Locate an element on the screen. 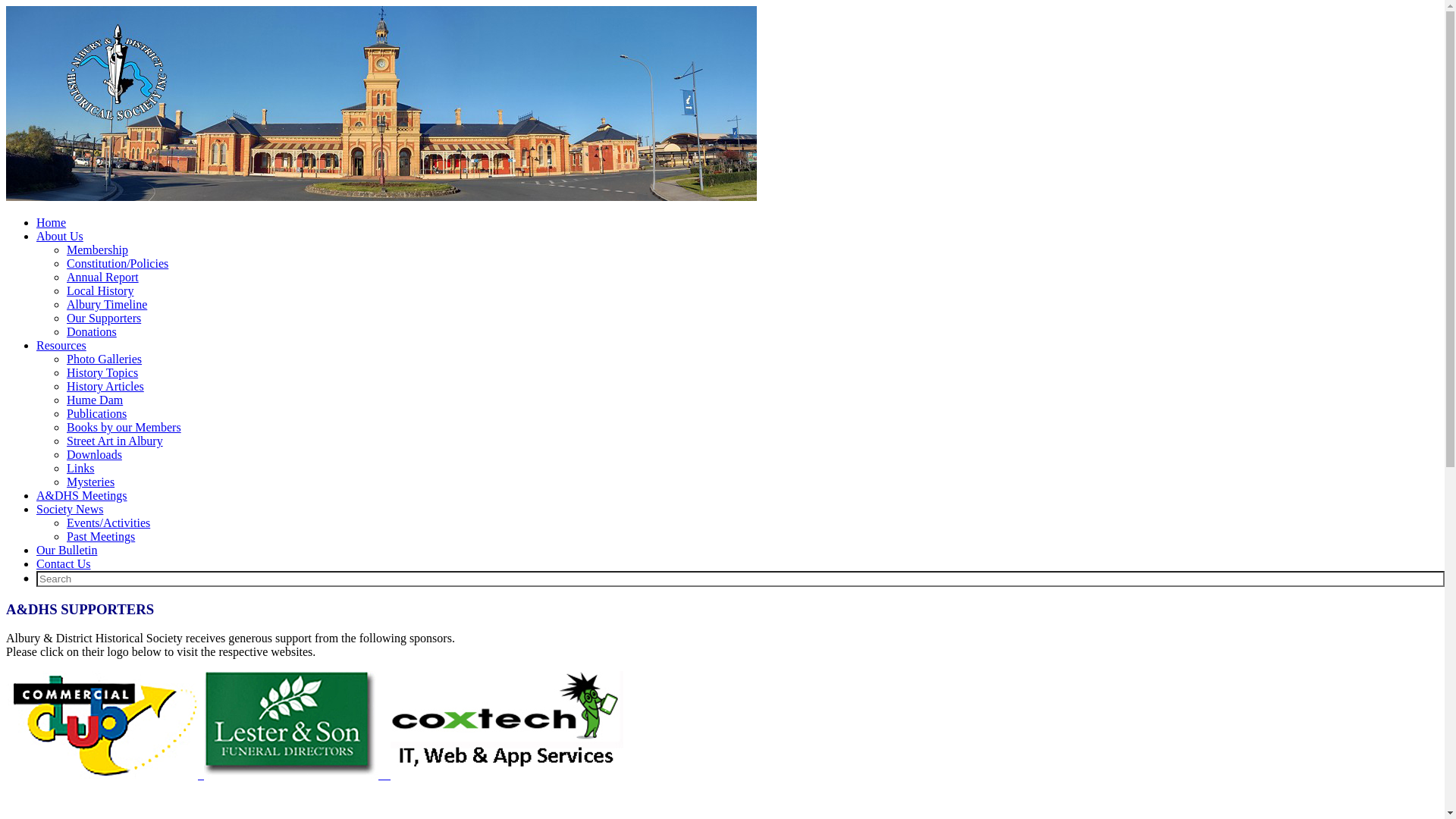 The image size is (1456, 819). 'History Topics' is located at coordinates (101, 372).